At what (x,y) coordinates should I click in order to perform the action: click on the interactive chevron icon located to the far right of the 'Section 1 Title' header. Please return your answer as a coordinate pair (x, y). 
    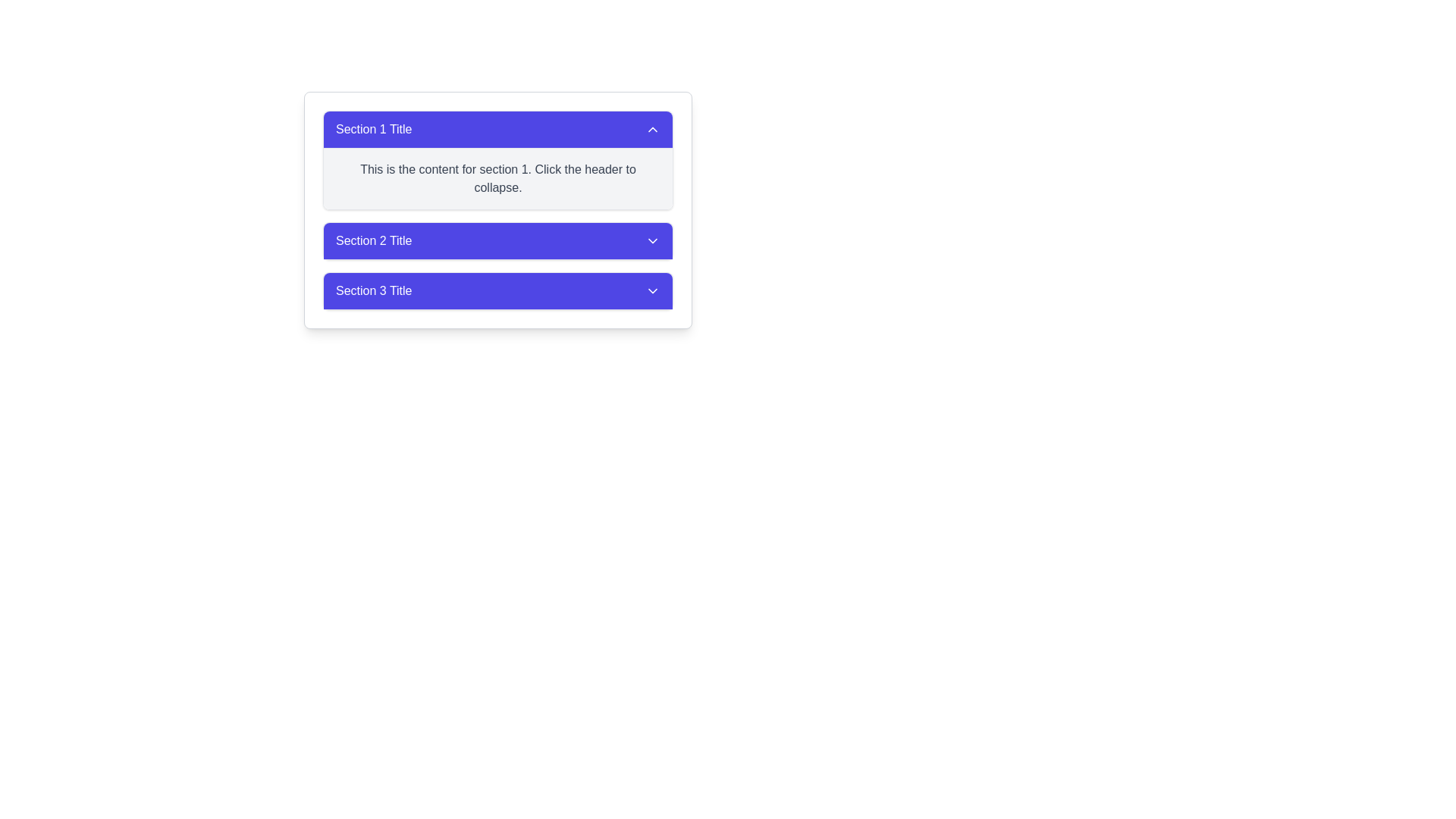
    Looking at the image, I should click on (652, 128).